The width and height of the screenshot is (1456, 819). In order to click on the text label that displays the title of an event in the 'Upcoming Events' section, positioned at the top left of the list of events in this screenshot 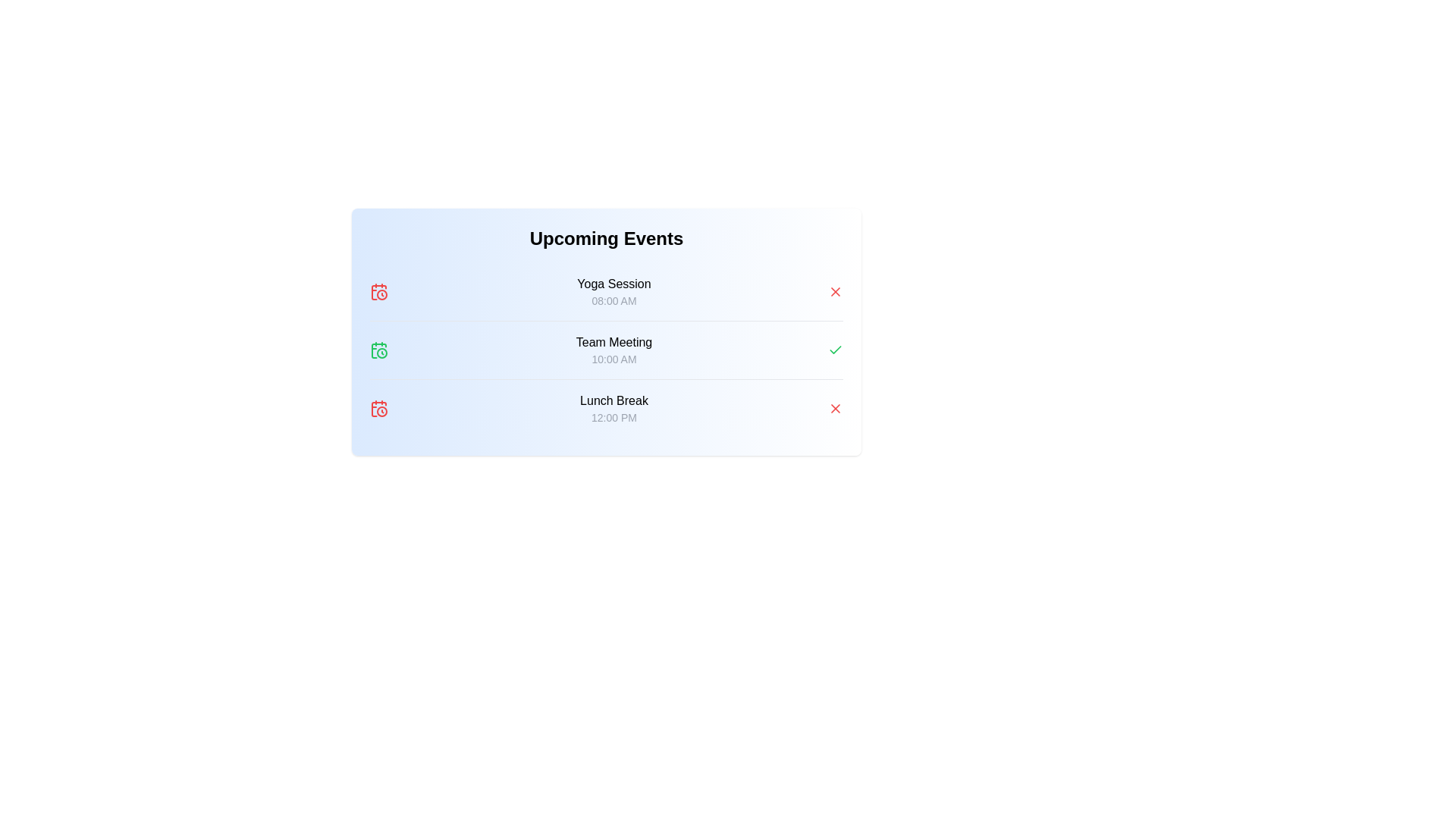, I will do `click(614, 284)`.